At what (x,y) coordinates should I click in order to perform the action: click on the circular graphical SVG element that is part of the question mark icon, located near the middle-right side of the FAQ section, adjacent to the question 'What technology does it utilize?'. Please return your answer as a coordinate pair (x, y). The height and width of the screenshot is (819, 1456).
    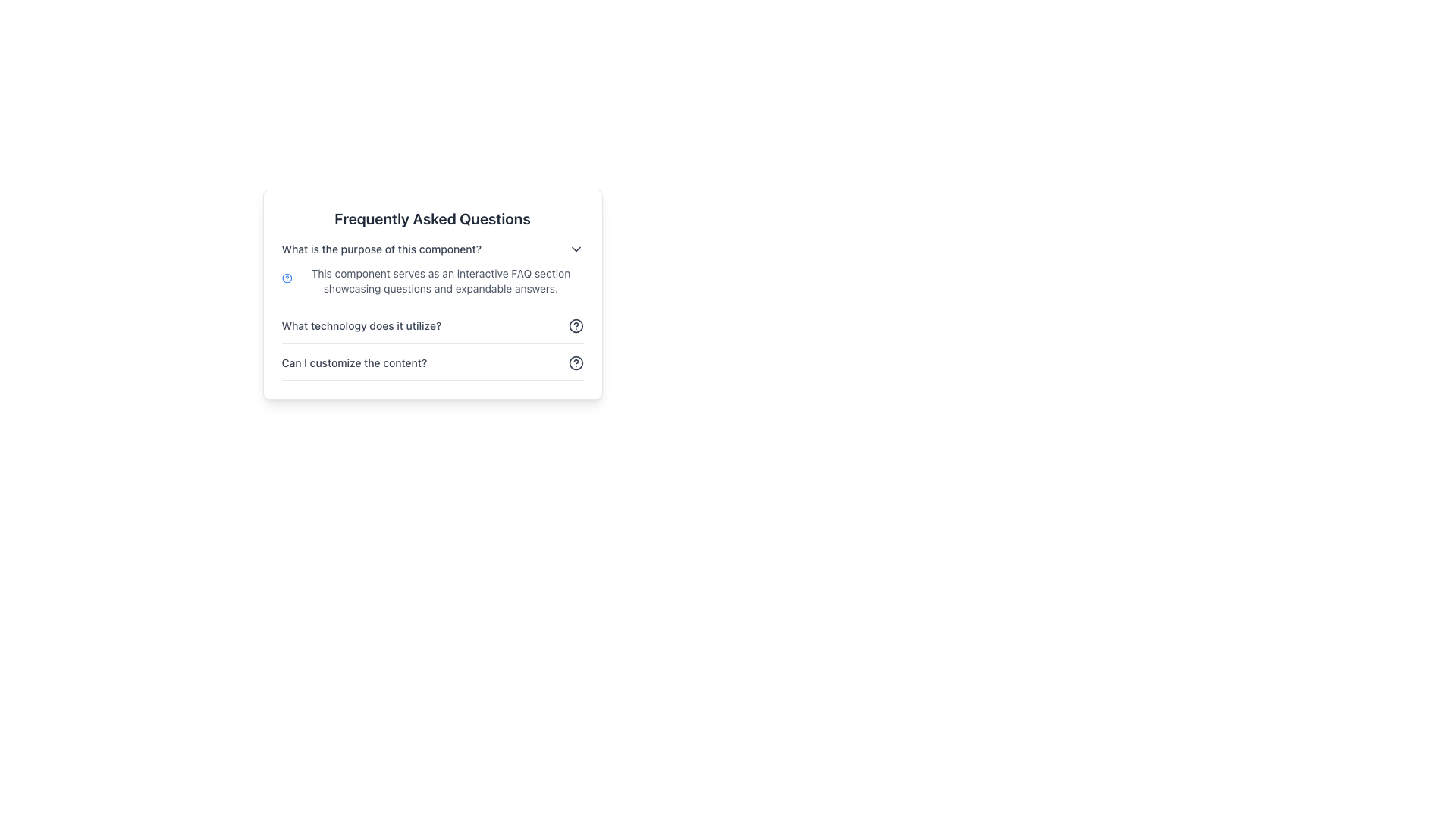
    Looking at the image, I should click on (575, 325).